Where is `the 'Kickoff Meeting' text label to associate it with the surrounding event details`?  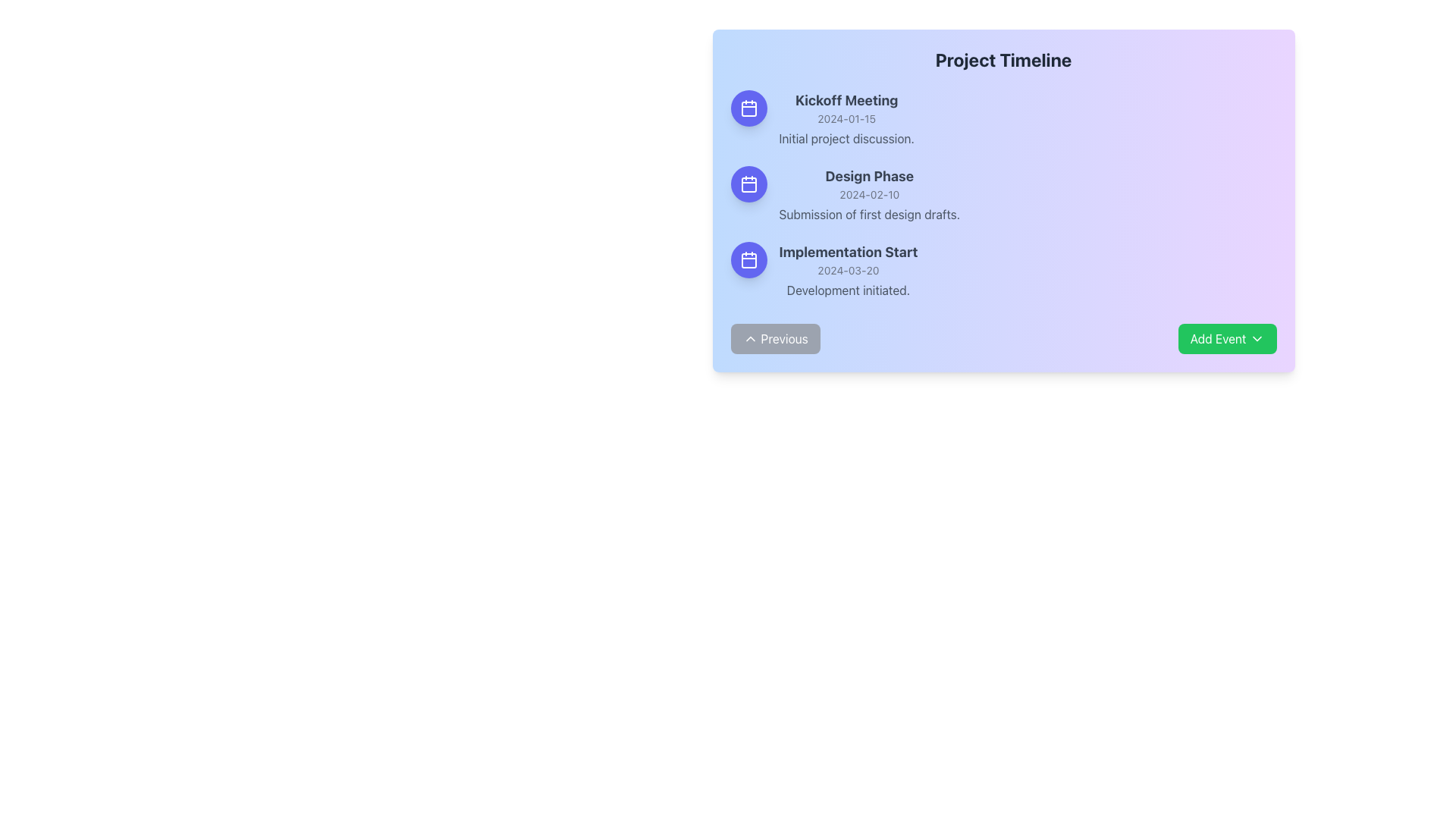
the 'Kickoff Meeting' text label to associate it with the surrounding event details is located at coordinates (846, 100).